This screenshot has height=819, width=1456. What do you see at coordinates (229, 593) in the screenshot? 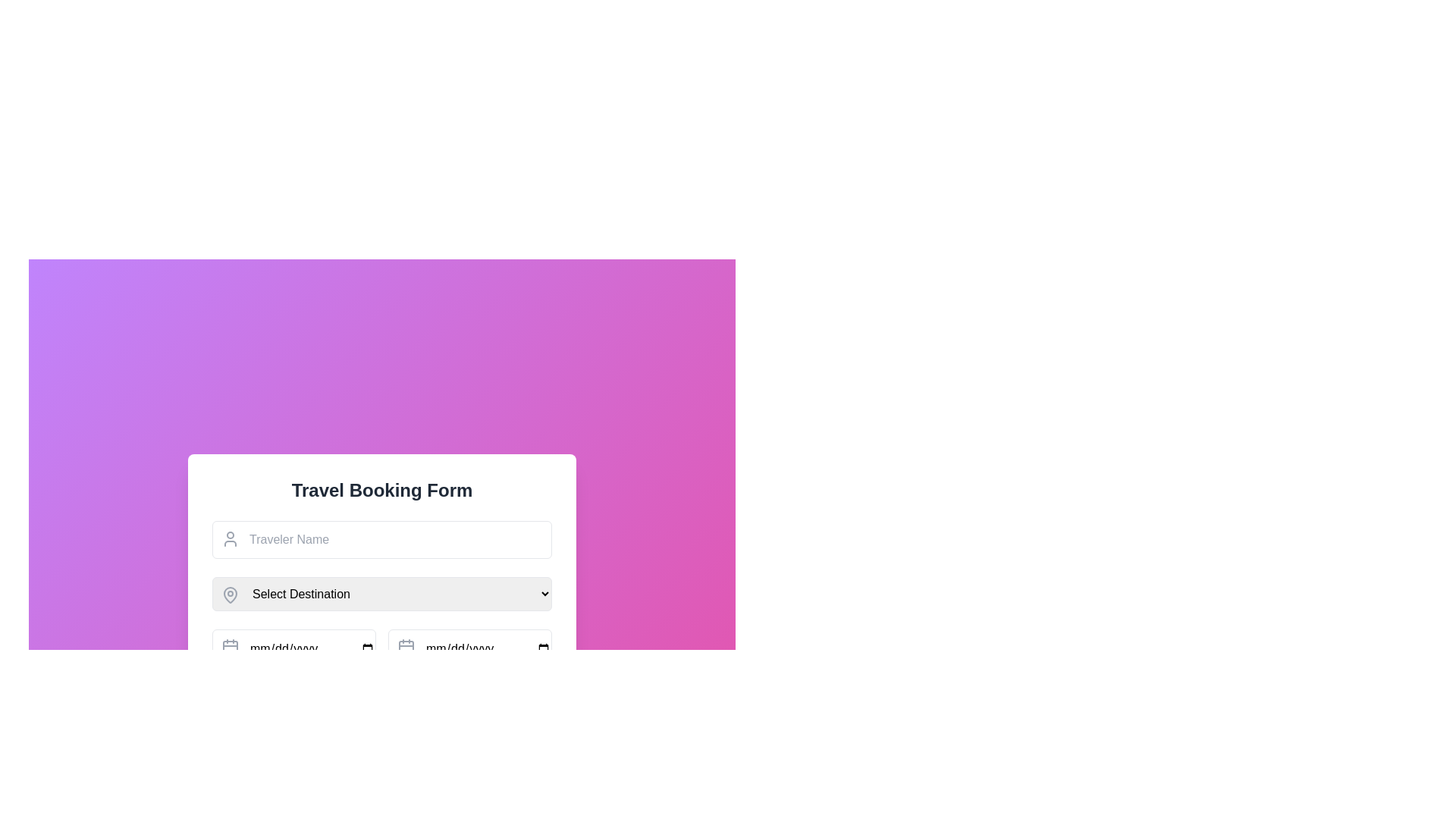
I see `the Decorative pin-shaped icon with a circular base and pointed tip, which is located inside the dropdown field labeled 'Select Destination.'` at bounding box center [229, 593].